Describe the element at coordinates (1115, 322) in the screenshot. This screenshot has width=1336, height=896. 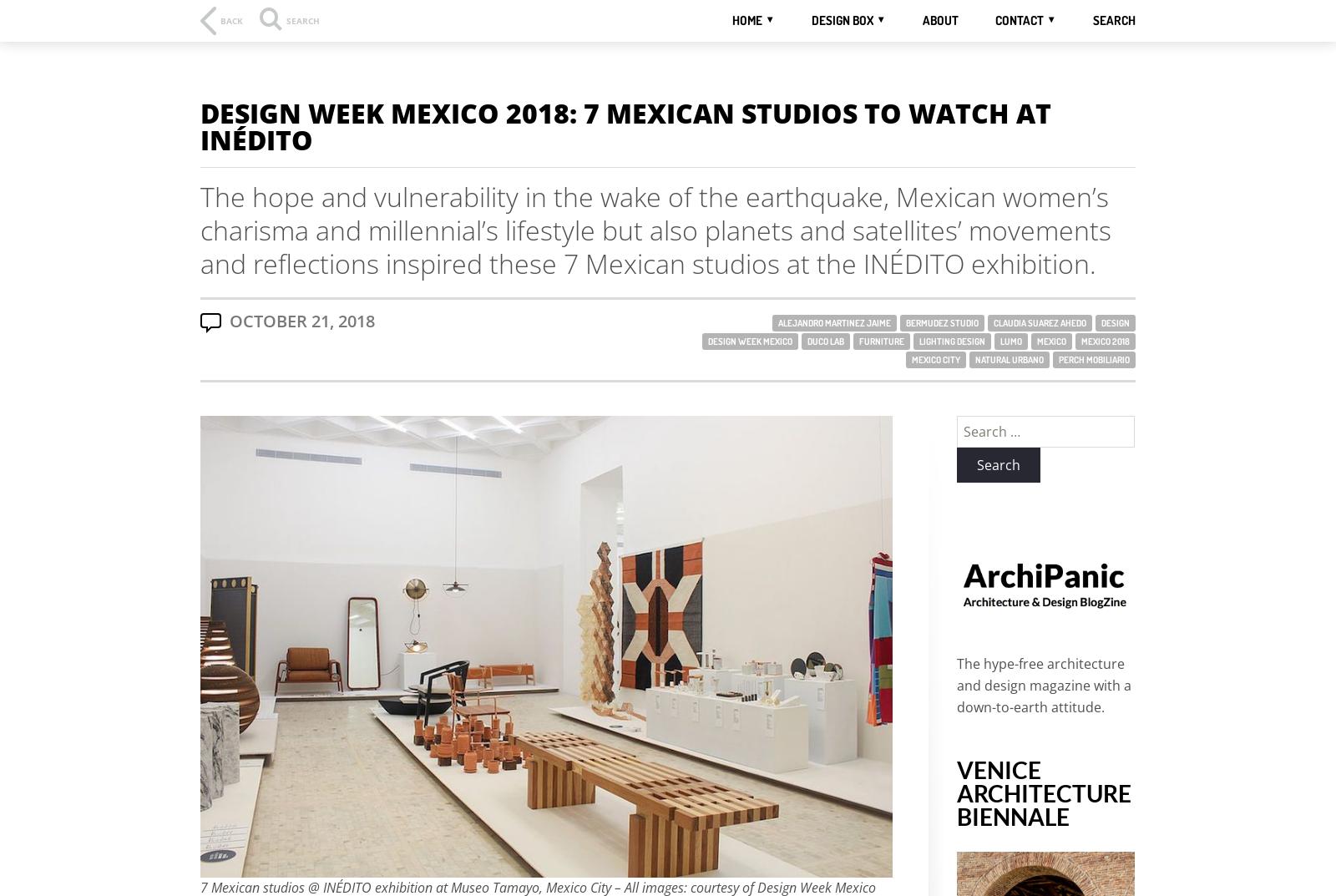
I see `'Design'` at that location.